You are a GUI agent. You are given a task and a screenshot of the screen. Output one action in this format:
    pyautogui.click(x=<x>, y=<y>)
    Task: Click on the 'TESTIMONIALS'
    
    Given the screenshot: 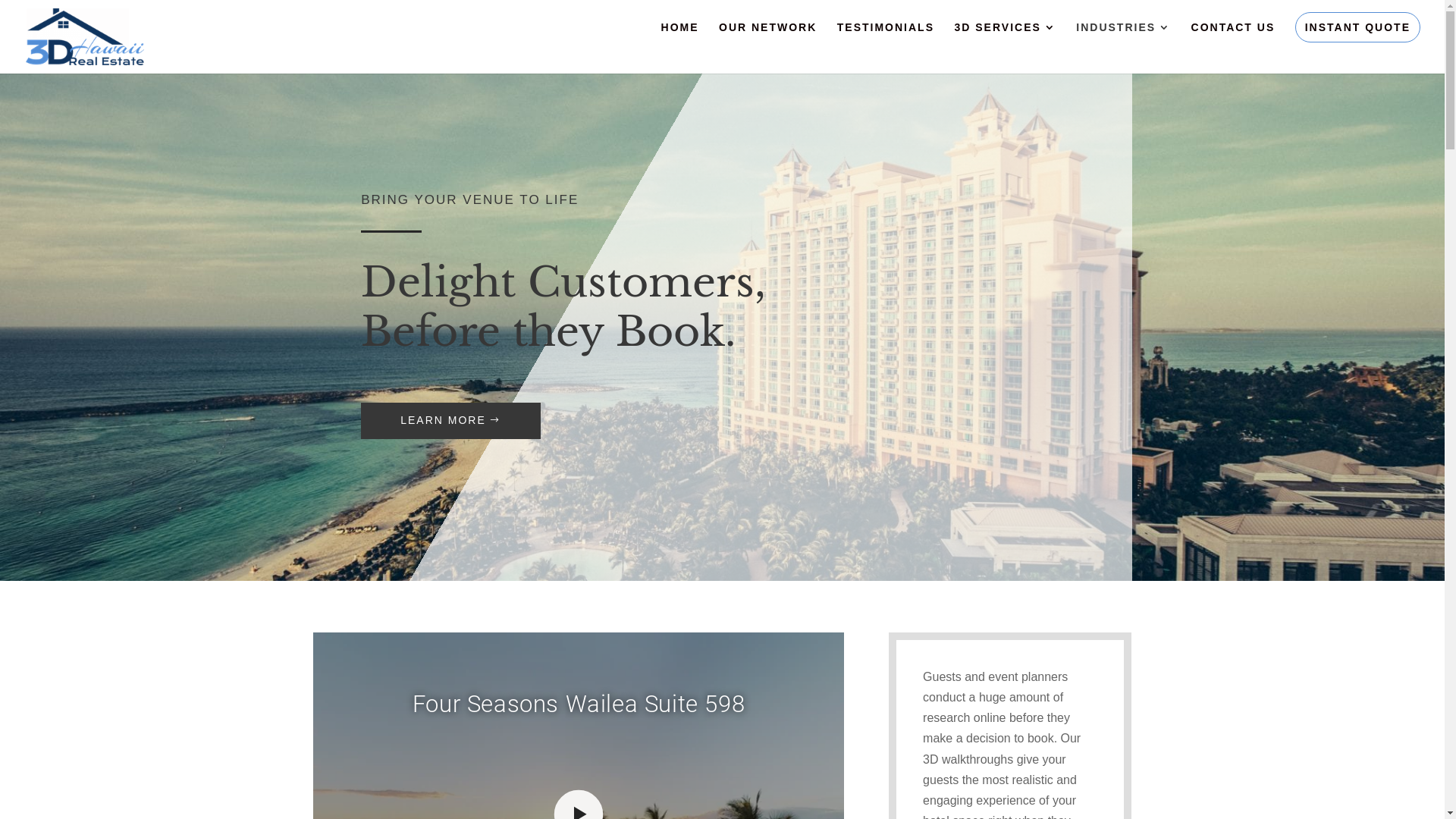 What is the action you would take?
    pyautogui.click(x=836, y=46)
    